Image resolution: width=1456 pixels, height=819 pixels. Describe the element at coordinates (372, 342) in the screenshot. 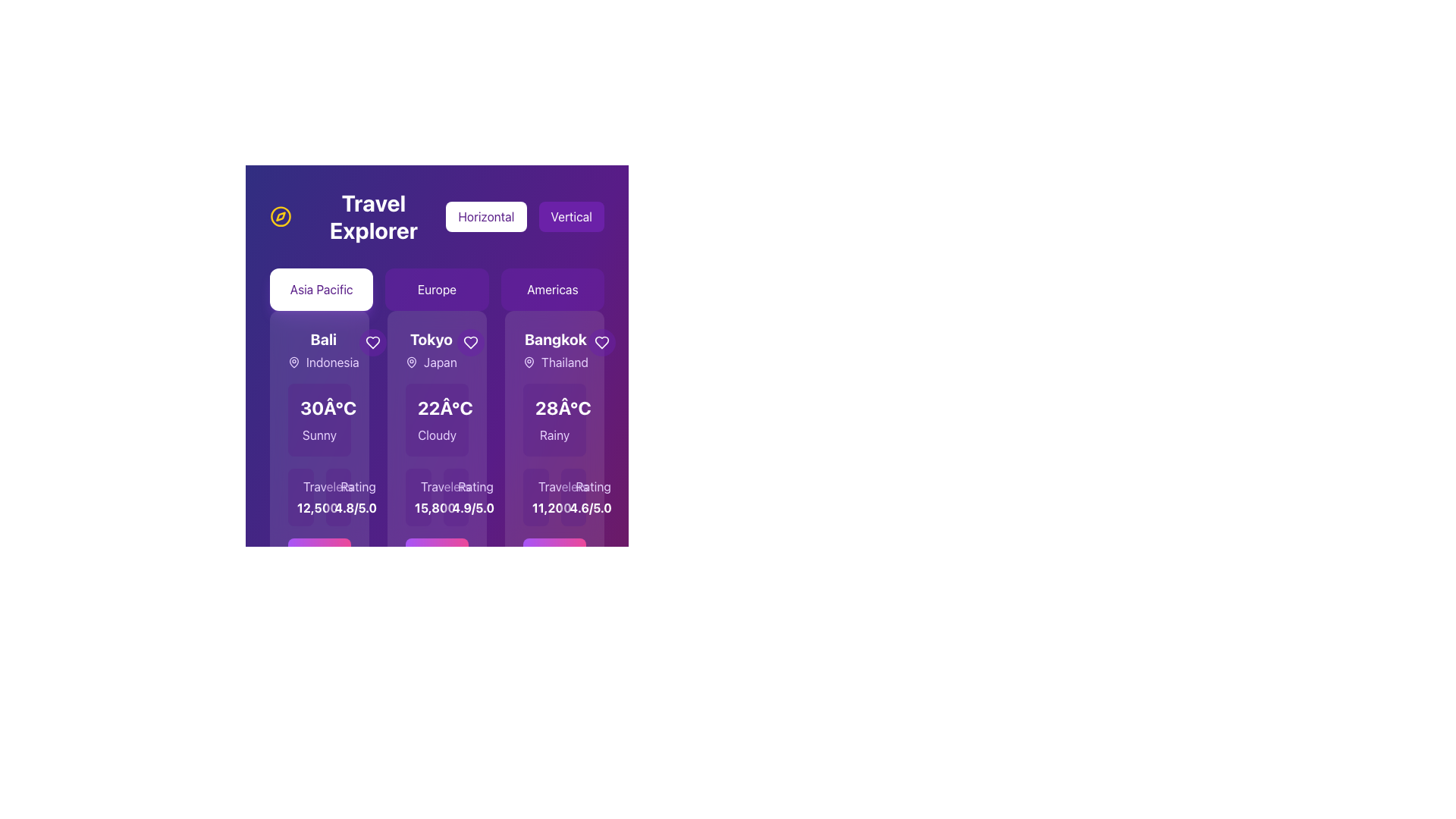

I see `the heart icon, which serves as a favorite or like indicator for marking the destination 'Bali' as preferred` at that location.